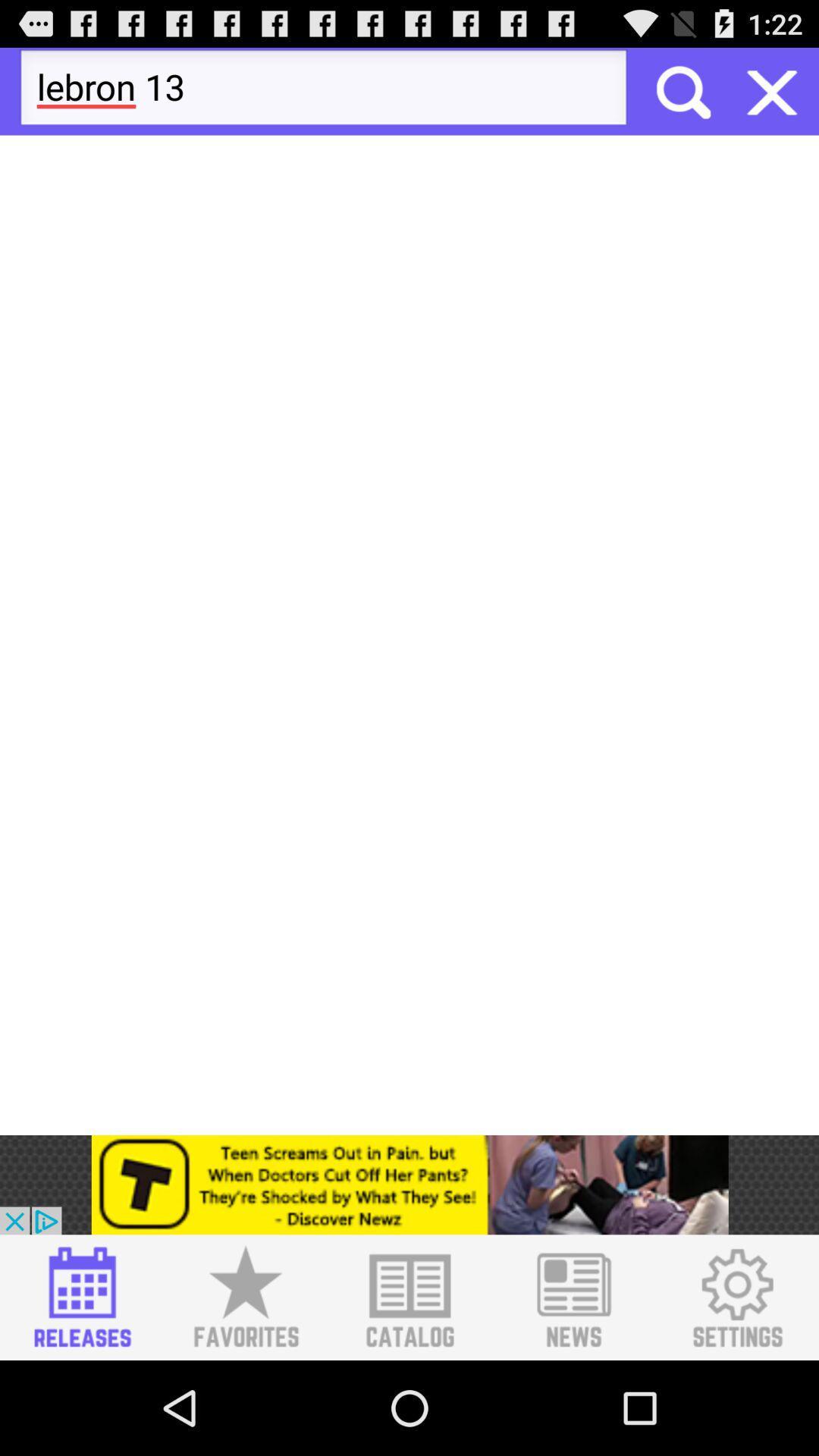  What do you see at coordinates (82, 1389) in the screenshot?
I see `the date_range icon` at bounding box center [82, 1389].